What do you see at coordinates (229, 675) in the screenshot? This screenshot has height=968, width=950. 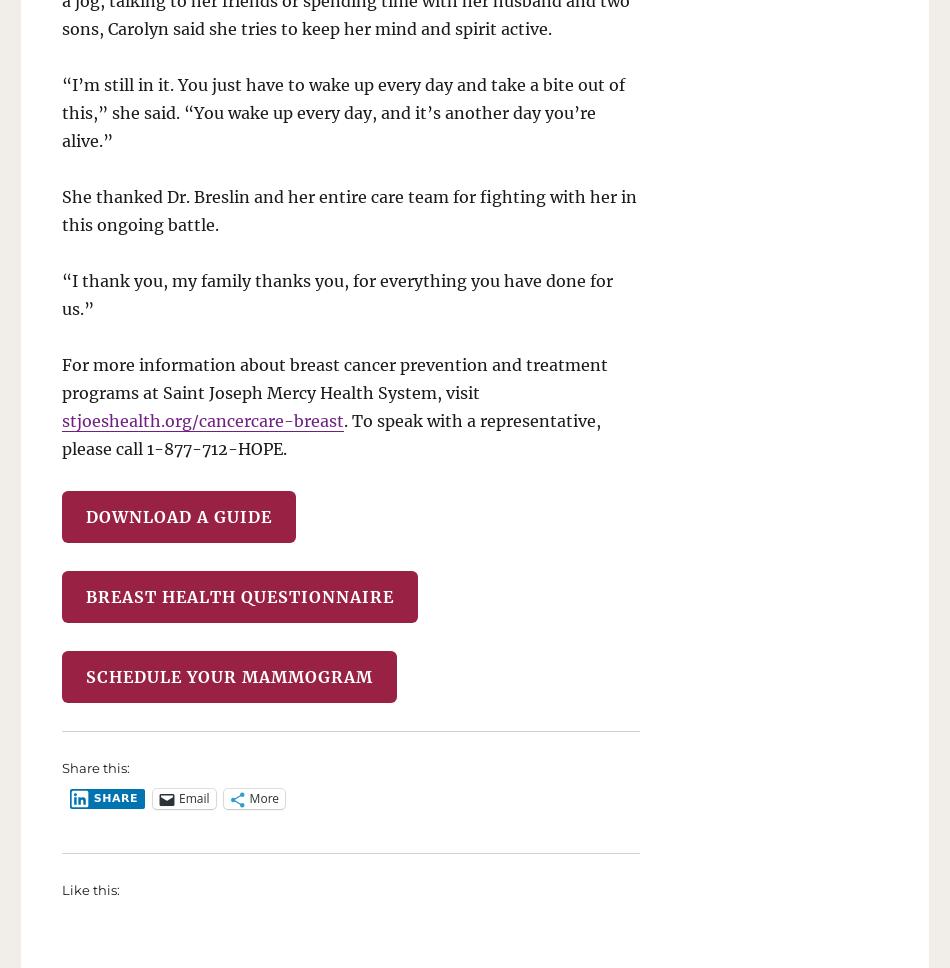 I see `'Schedule Your Mammogram'` at bounding box center [229, 675].